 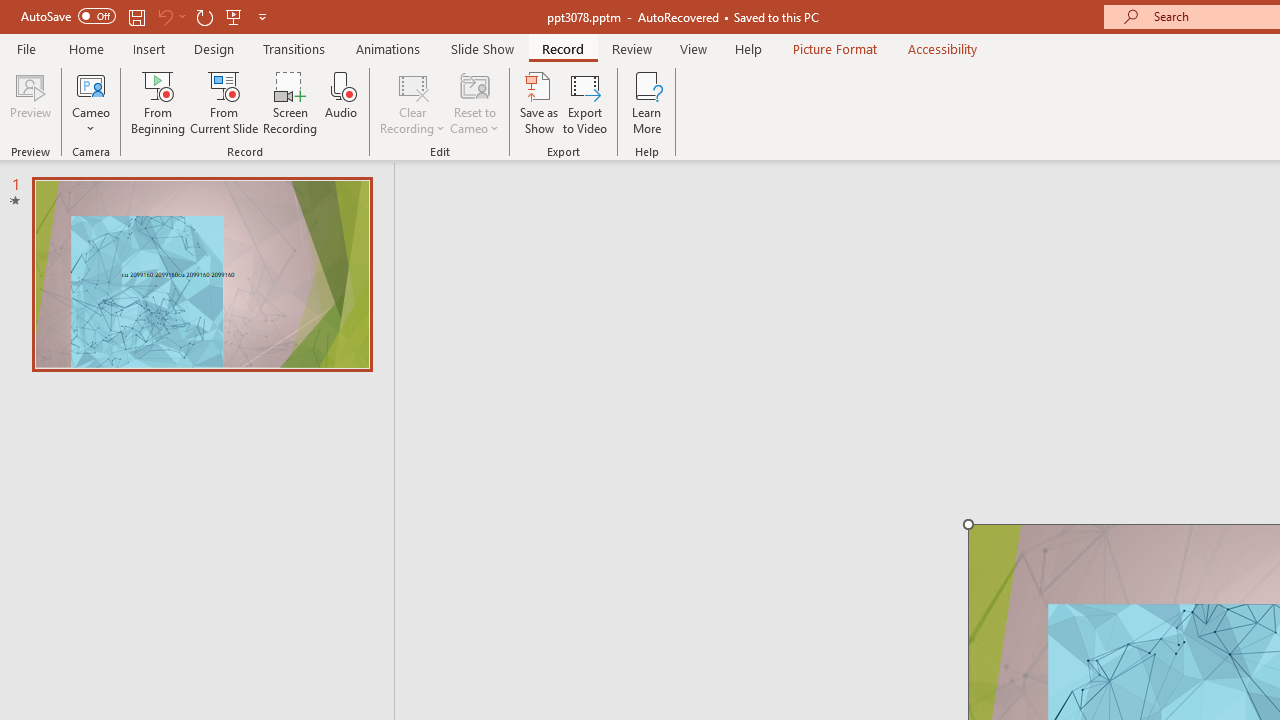 What do you see at coordinates (835, 48) in the screenshot?
I see `'Picture Format'` at bounding box center [835, 48].